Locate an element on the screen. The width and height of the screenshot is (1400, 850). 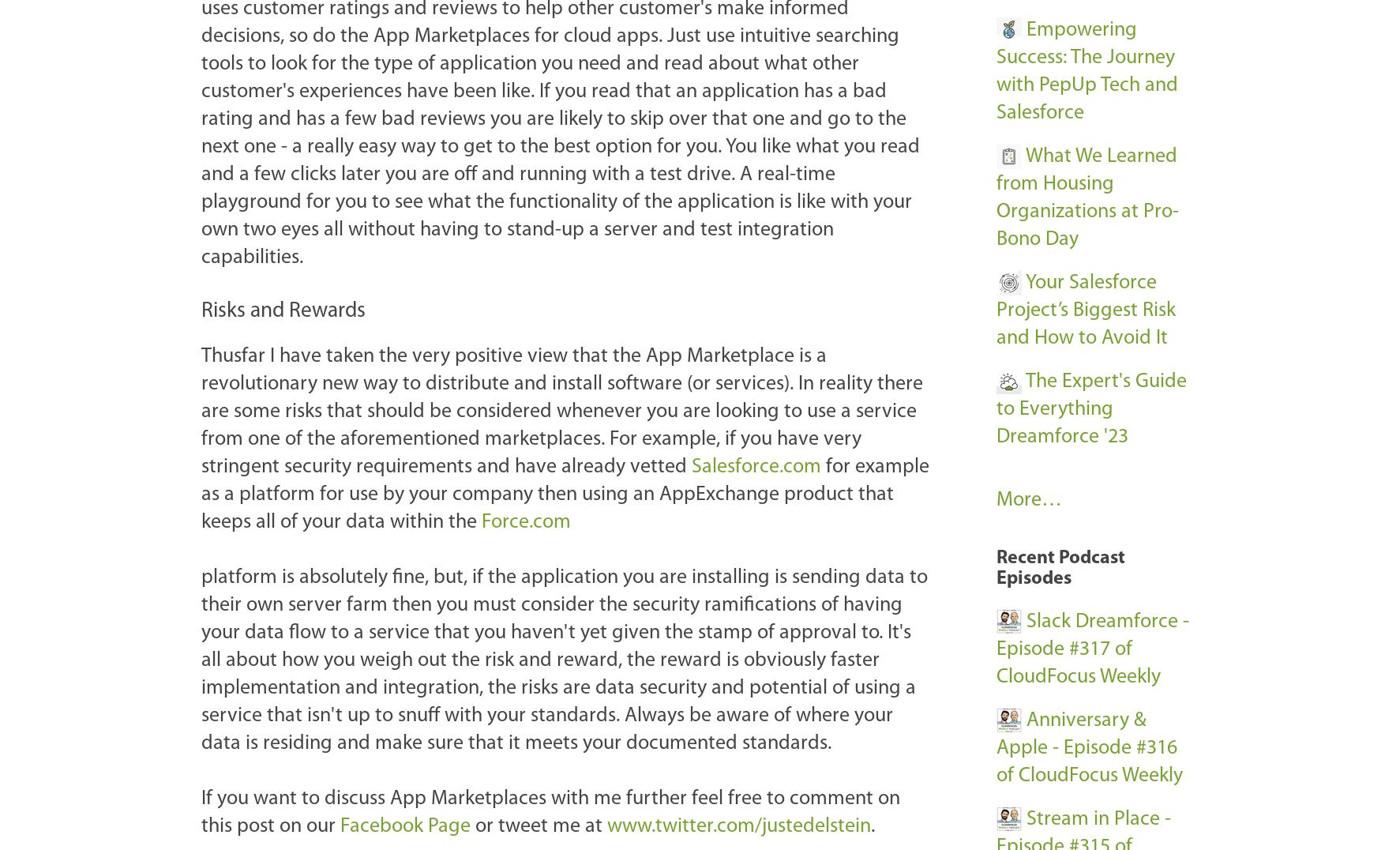
'Recent Podcast Episodes' is located at coordinates (1060, 567).